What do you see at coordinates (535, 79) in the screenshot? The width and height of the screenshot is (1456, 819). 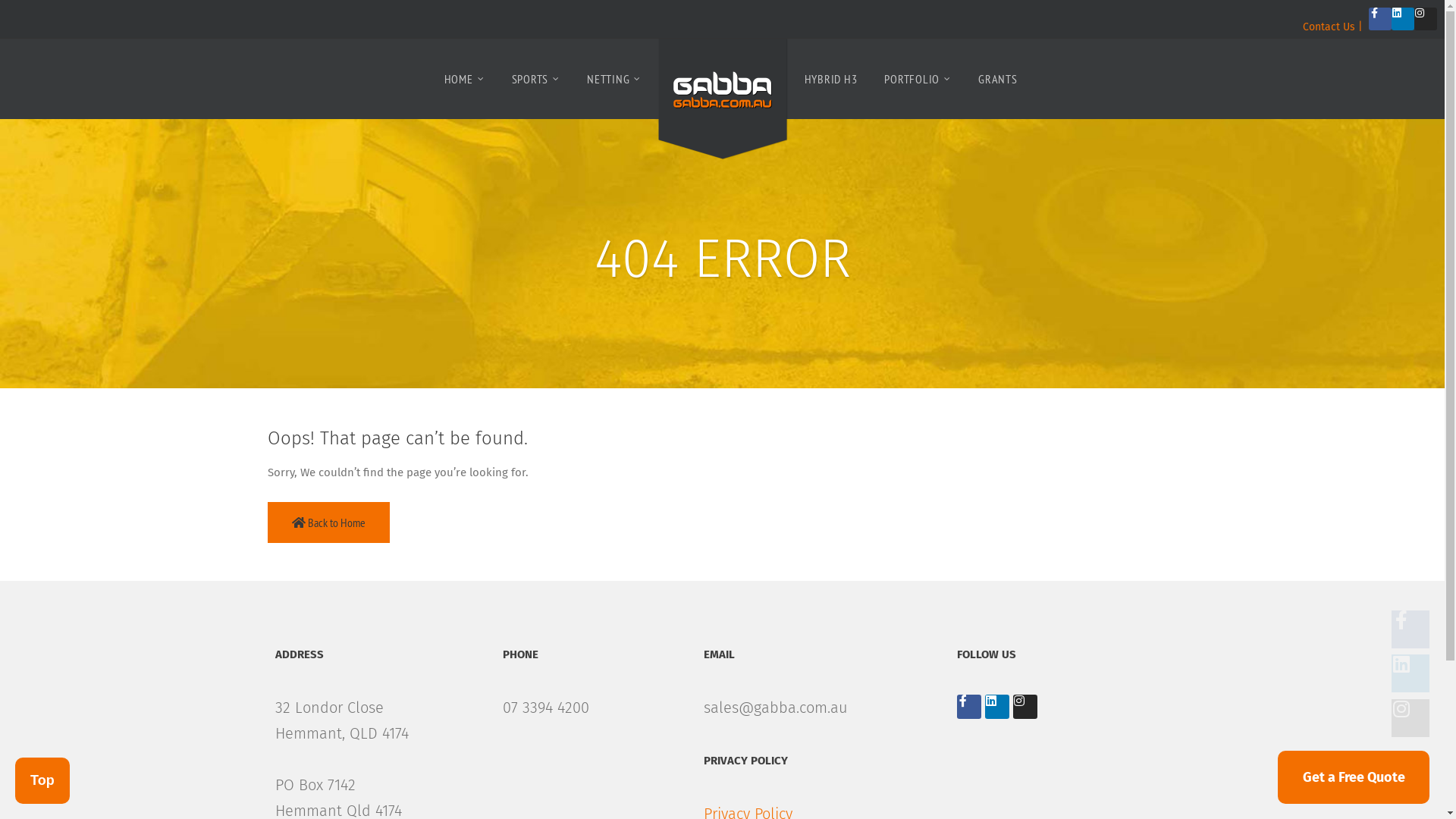 I see `'SPORTS'` at bounding box center [535, 79].